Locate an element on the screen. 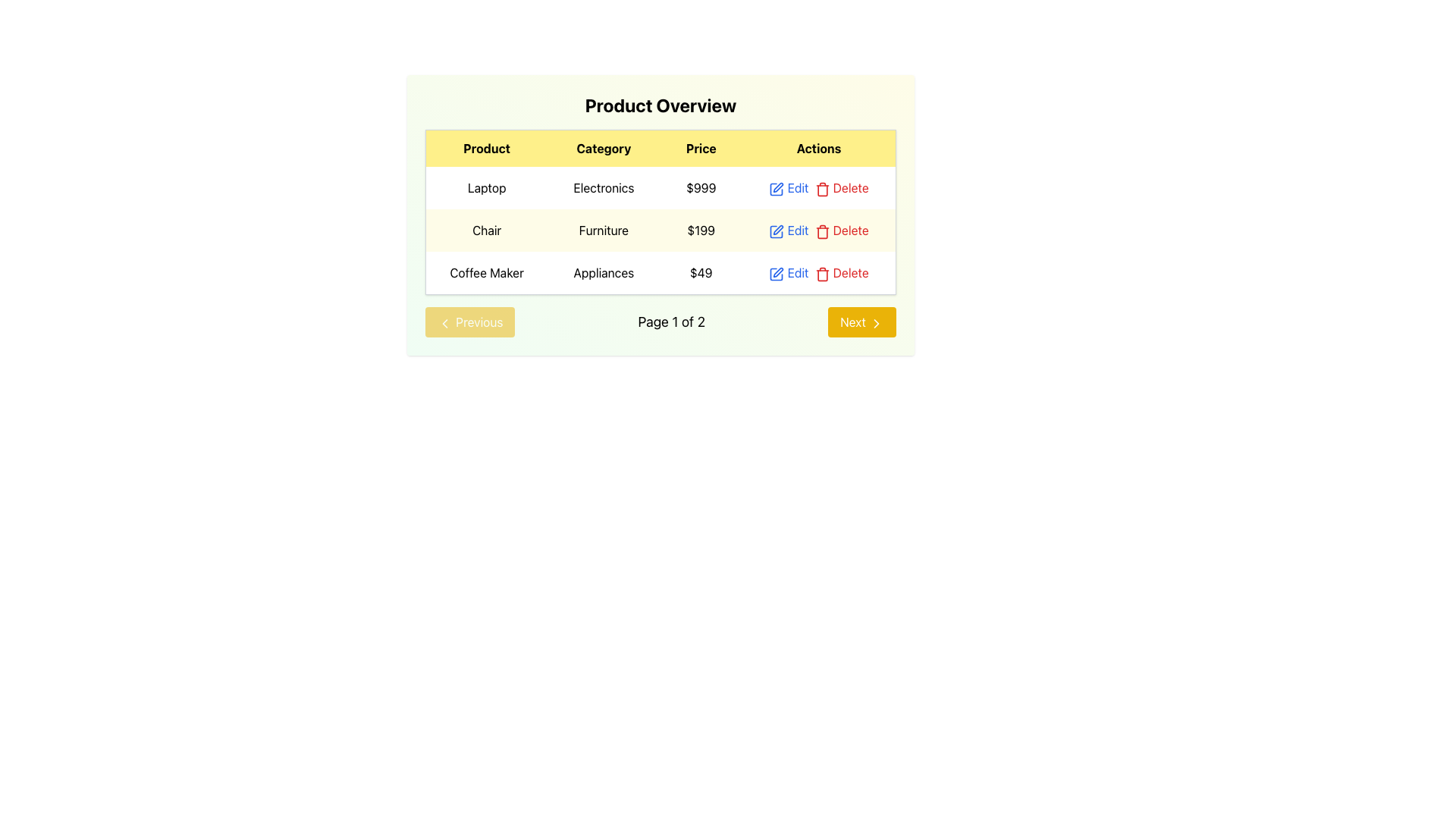  the edit button located in the 'Actions' column of the first row of the table to initiate editing of the associated row's data is located at coordinates (789, 187).